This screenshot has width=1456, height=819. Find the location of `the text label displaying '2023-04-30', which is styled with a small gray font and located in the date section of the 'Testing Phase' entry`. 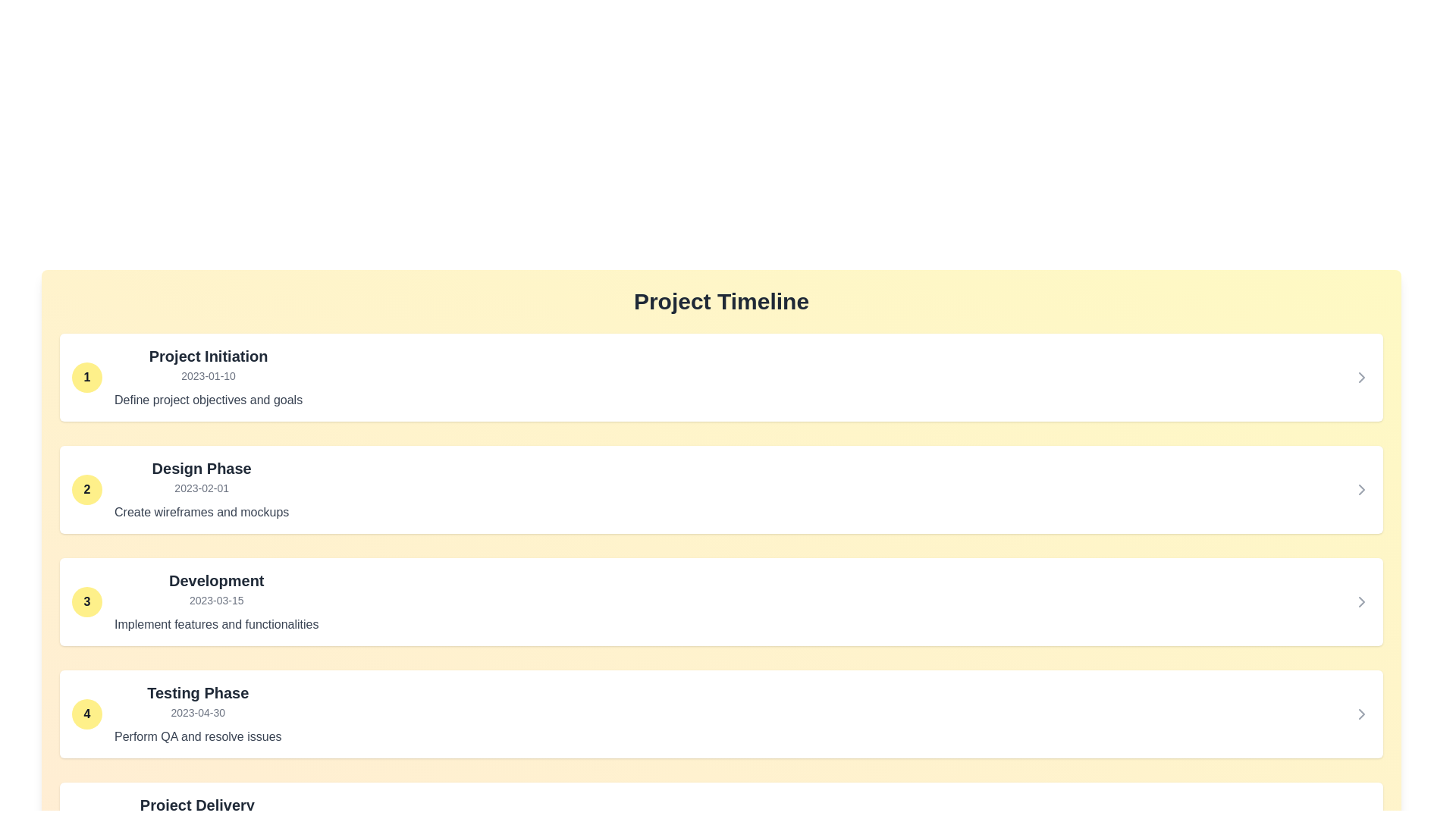

the text label displaying '2023-04-30', which is styled with a small gray font and located in the date section of the 'Testing Phase' entry is located at coordinates (197, 713).